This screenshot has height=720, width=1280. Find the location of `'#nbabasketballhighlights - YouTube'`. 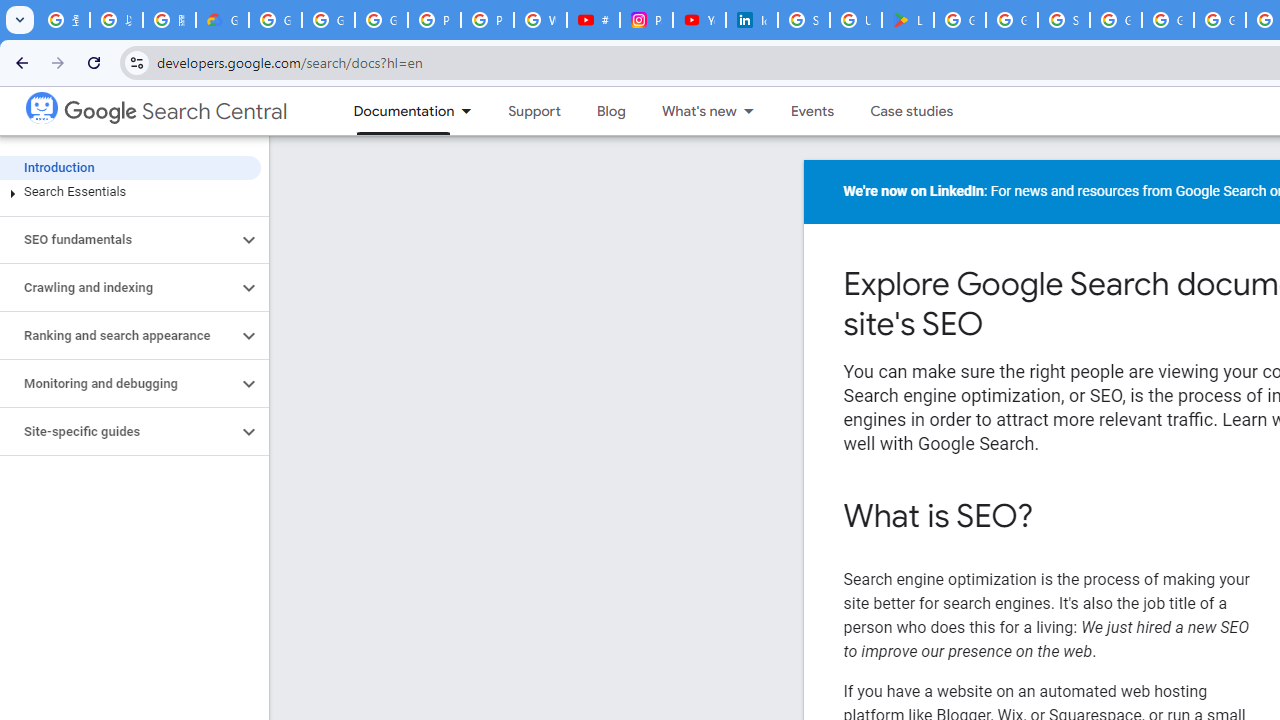

'#nbabasketballhighlights - YouTube' is located at coordinates (592, 20).